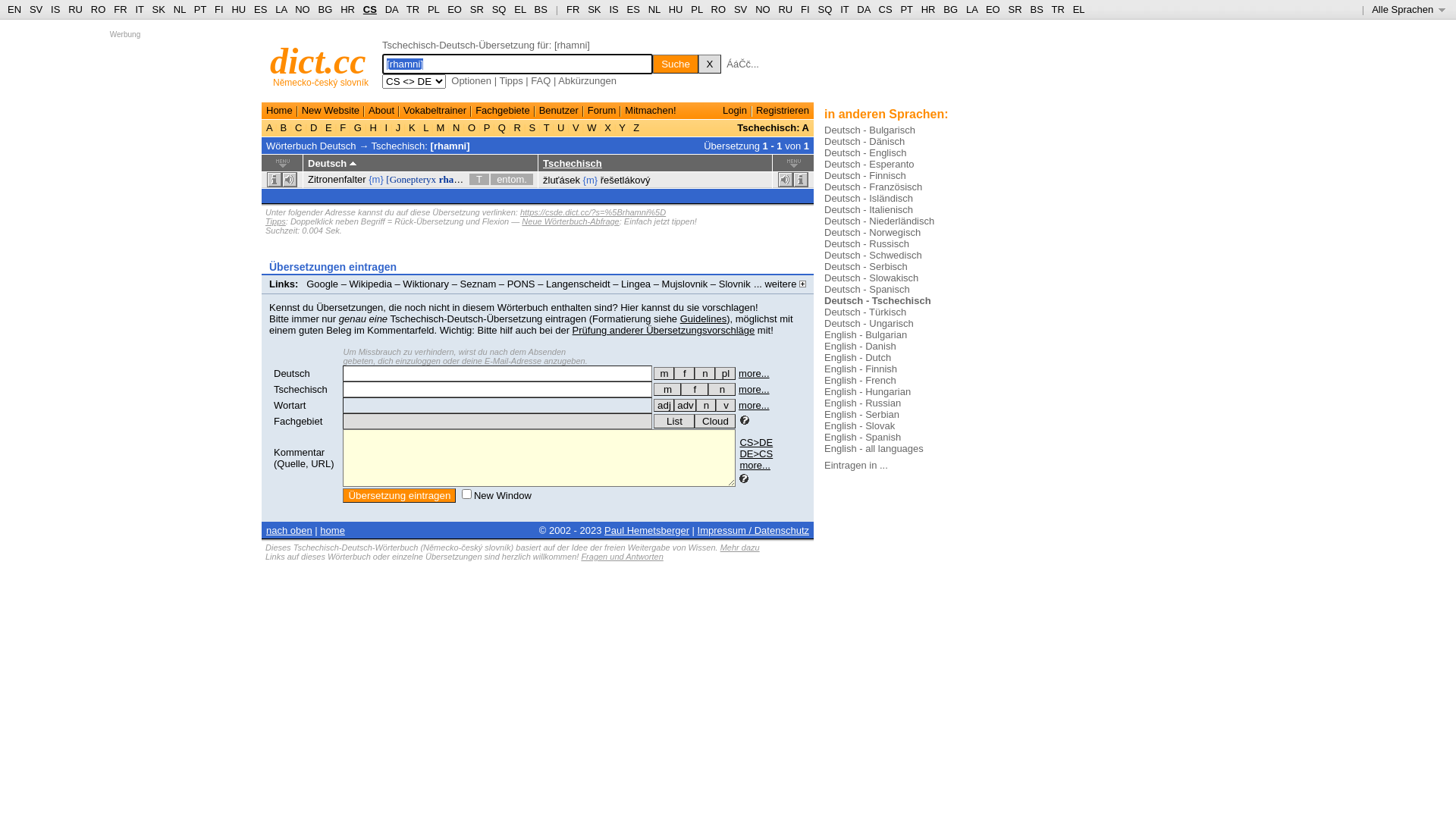 The height and width of the screenshot is (819, 1456). What do you see at coordinates (592, 212) in the screenshot?
I see `'https://csde.dict.cc/?s=%5Brhamni%5D'` at bounding box center [592, 212].